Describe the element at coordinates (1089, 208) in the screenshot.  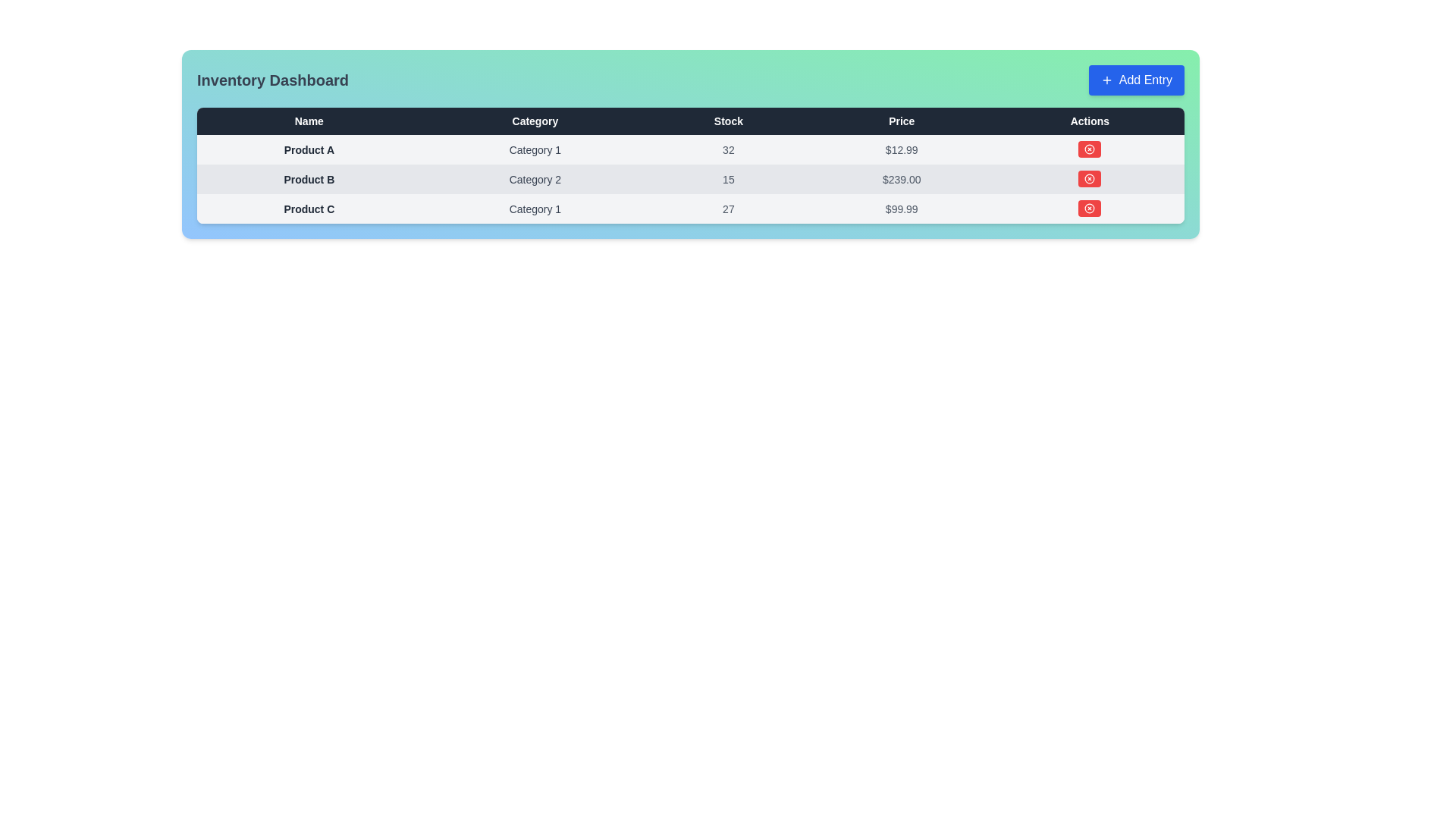
I see `the button located in the last row of the table under the 'Actions' column` at that location.